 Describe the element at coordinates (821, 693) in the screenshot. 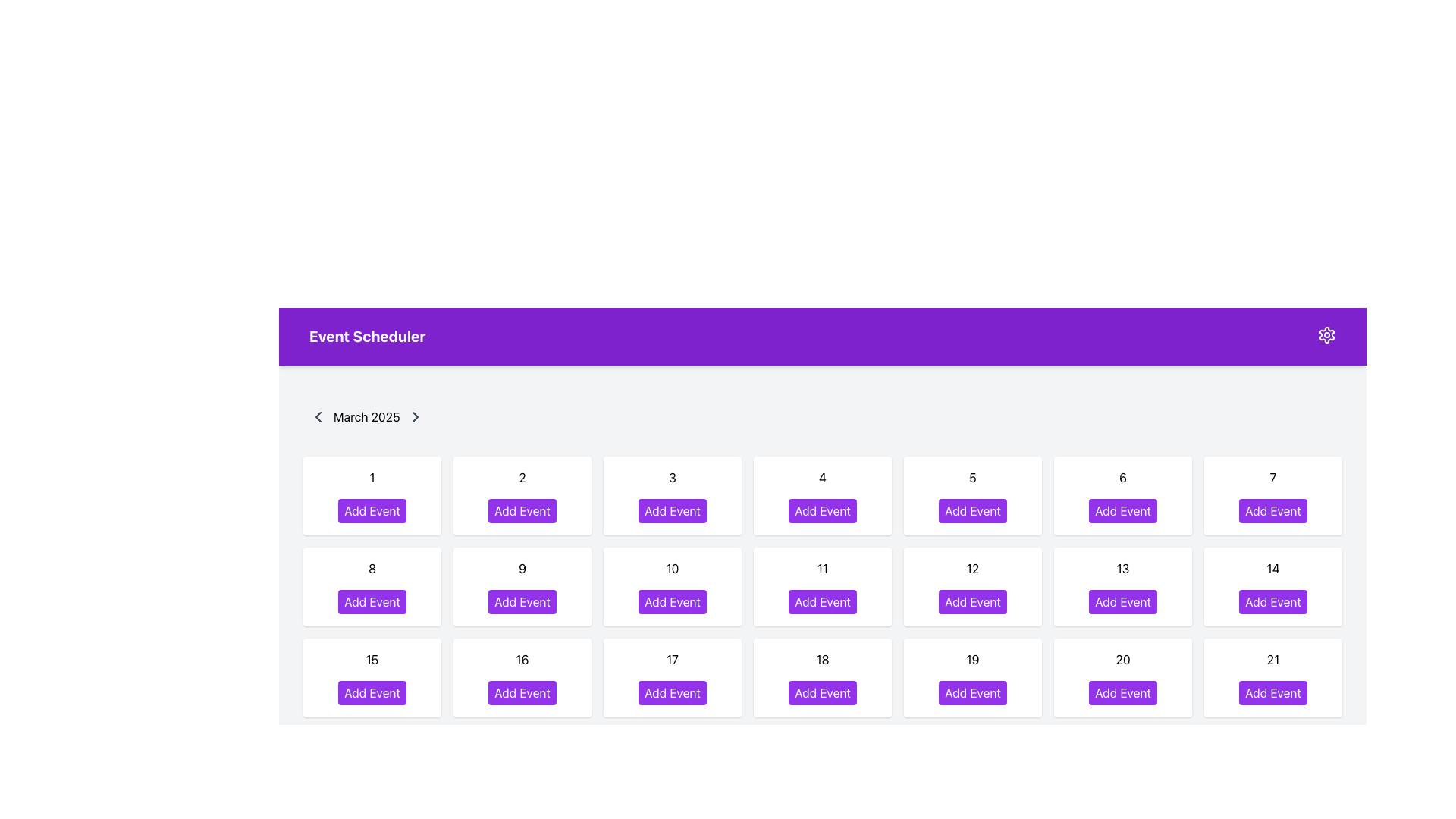

I see `the 'Add Event' button with a purple background and white text located in the card for date '18' in the calendar layout` at that location.